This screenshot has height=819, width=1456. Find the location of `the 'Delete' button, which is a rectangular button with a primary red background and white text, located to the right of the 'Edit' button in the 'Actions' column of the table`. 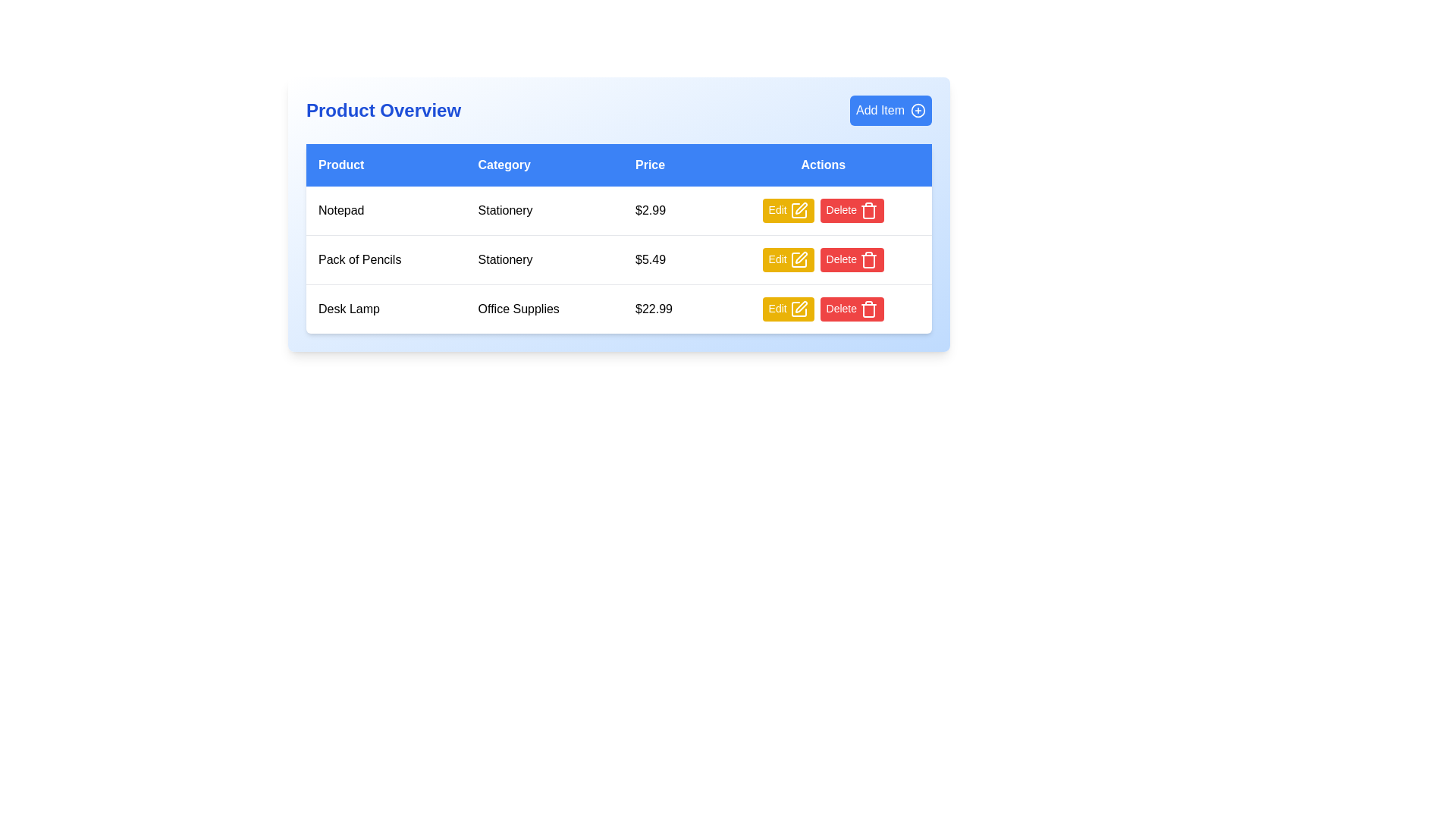

the 'Delete' button, which is a rectangular button with a primary red background and white text, located to the right of the 'Edit' button in the 'Actions' column of the table is located at coordinates (852, 210).